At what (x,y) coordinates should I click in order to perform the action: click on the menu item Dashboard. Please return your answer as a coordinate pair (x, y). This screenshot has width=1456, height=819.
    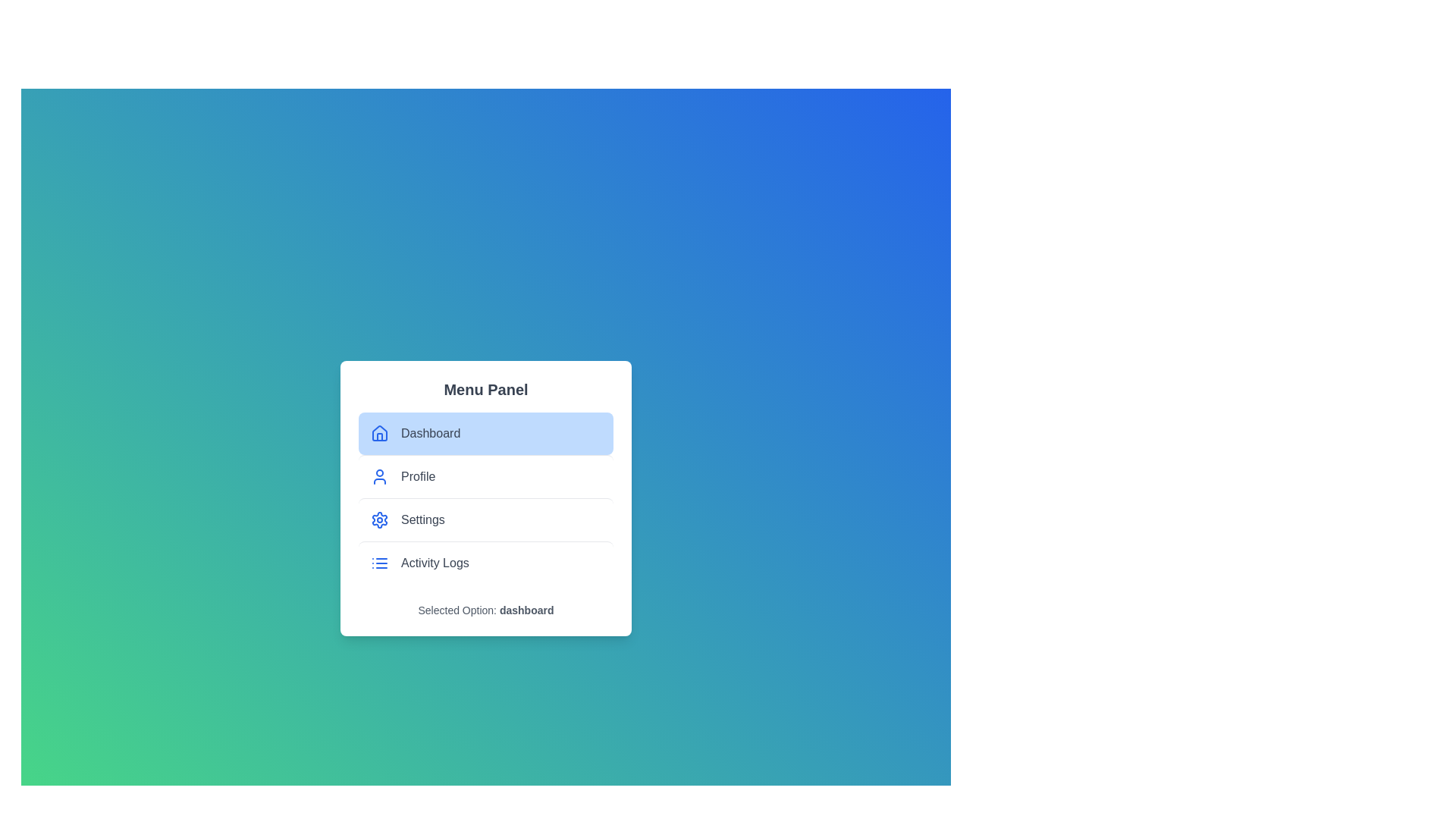
    Looking at the image, I should click on (486, 433).